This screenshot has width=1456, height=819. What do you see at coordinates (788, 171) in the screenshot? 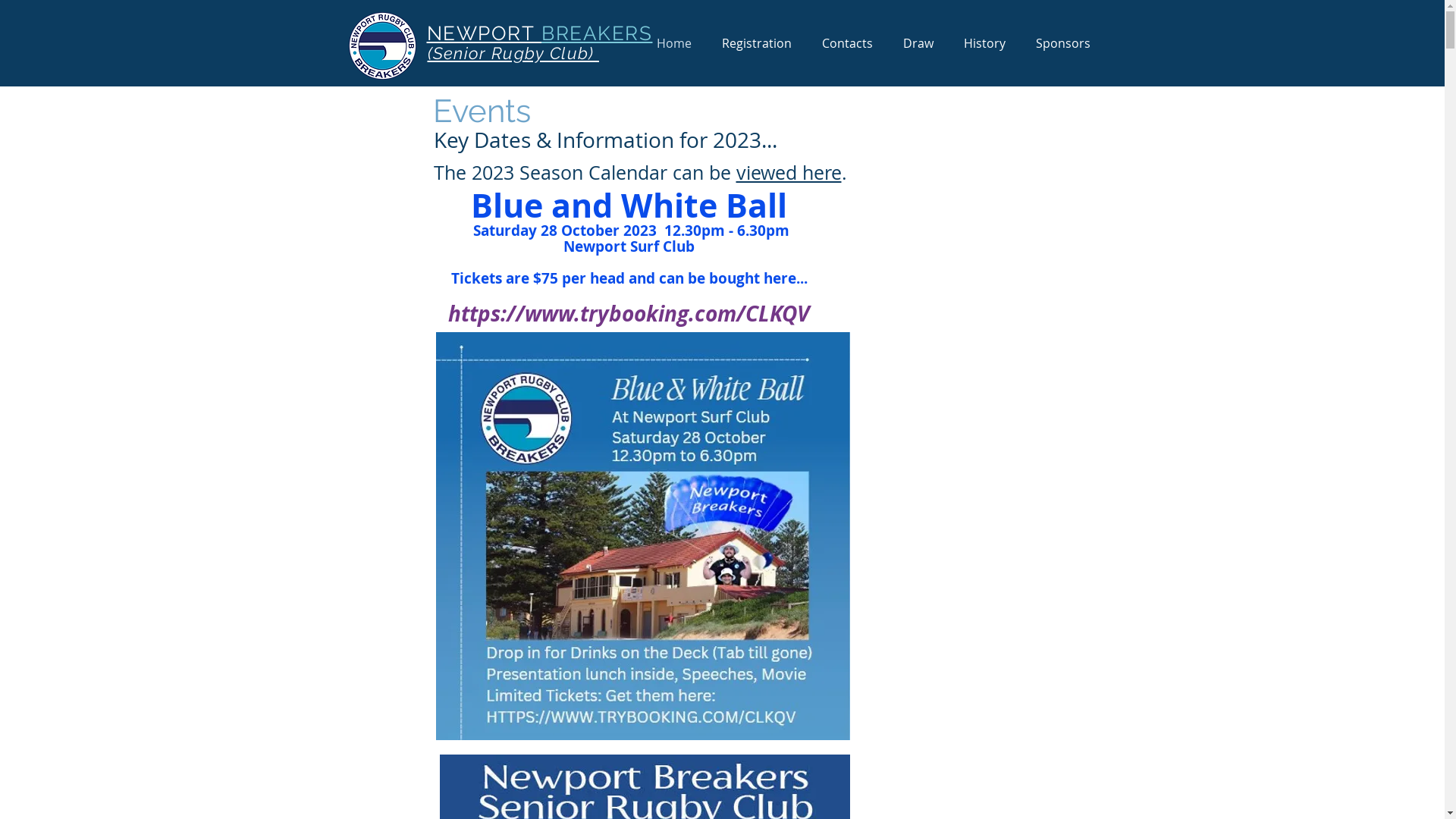
I see `'viewed here'` at bounding box center [788, 171].